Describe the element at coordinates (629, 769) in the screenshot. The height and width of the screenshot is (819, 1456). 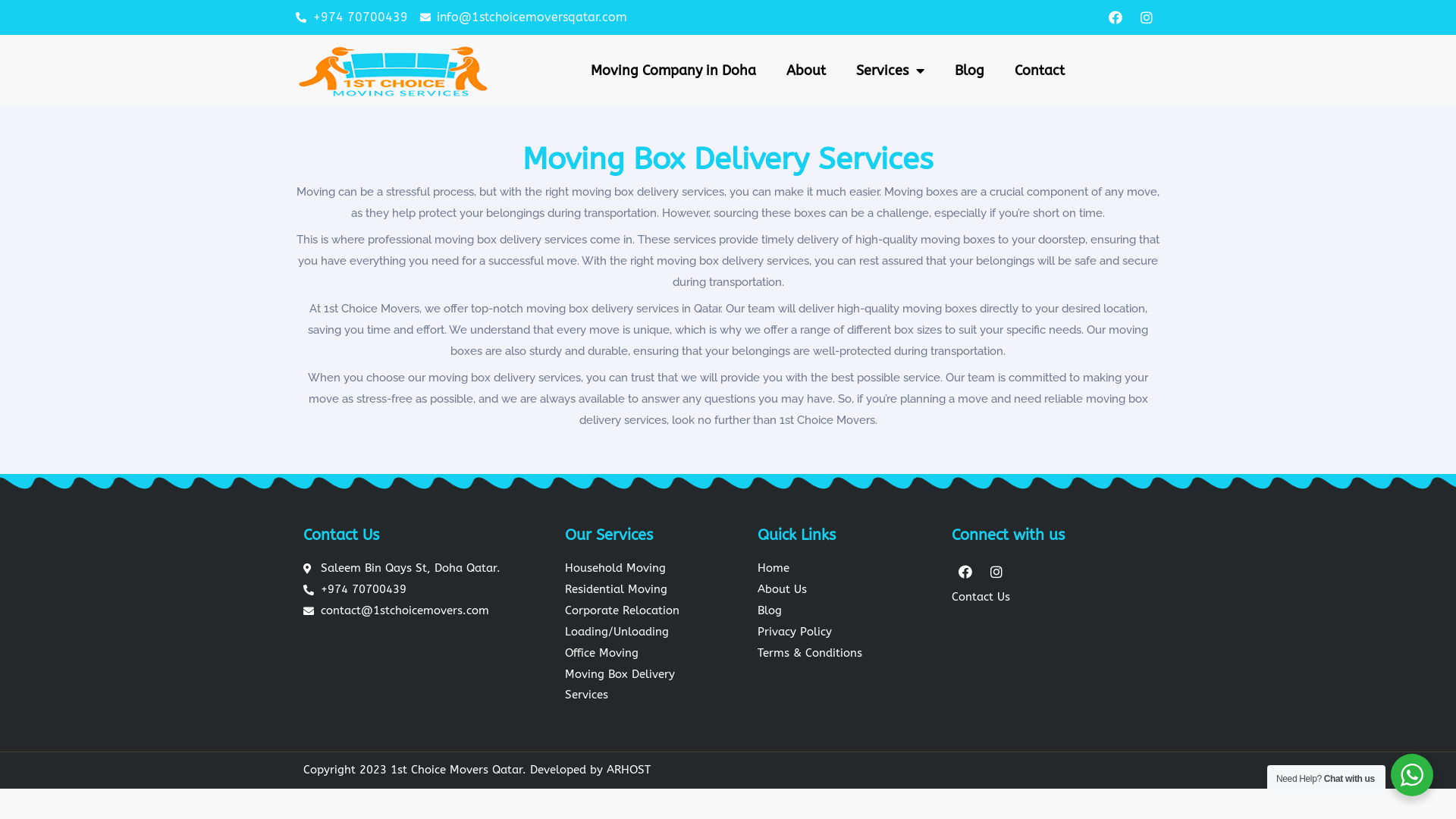
I see `'ARHOST'` at that location.